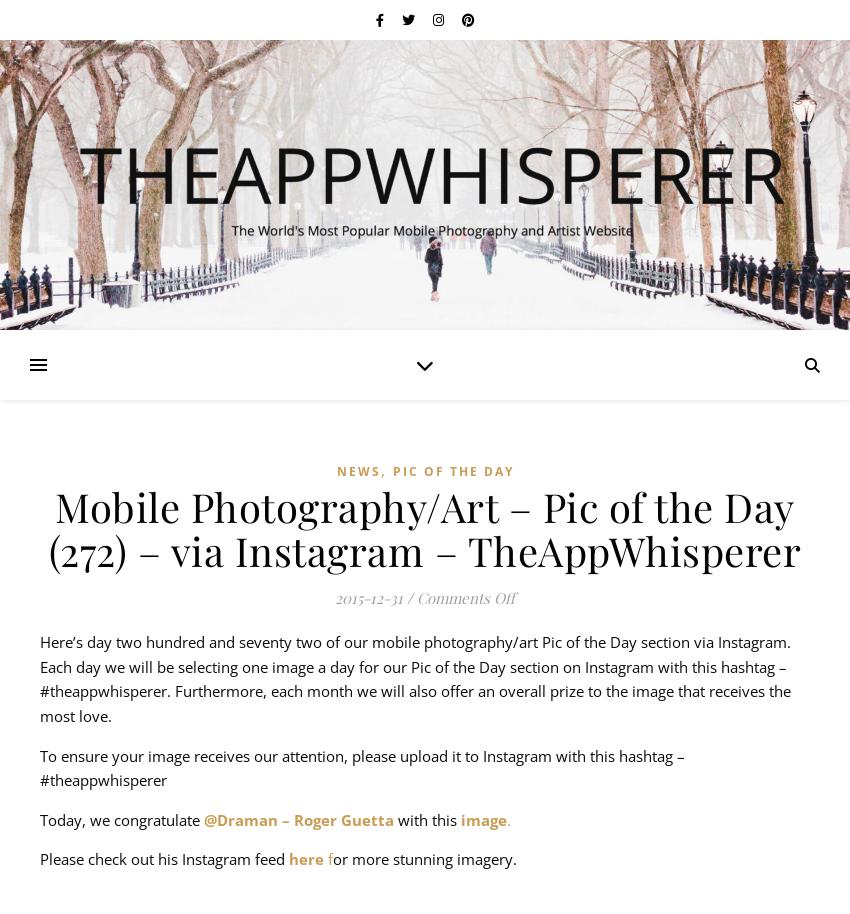 The height and width of the screenshot is (914, 850). Describe the element at coordinates (119, 818) in the screenshot. I see `'Today, we congratulate'` at that location.